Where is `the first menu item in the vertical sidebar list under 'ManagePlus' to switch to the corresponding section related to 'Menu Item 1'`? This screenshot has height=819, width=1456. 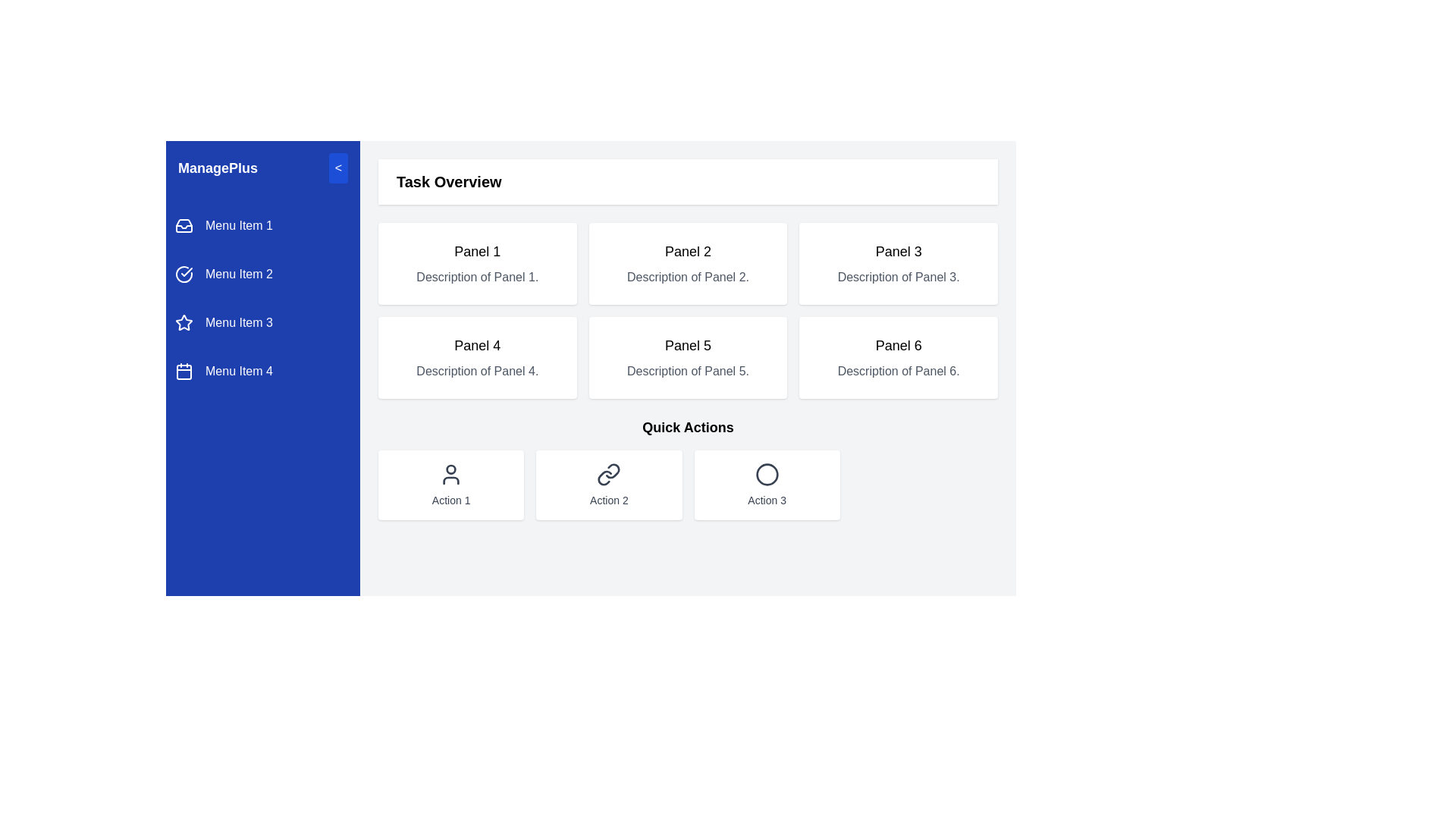
the first menu item in the vertical sidebar list under 'ManagePlus' to switch to the corresponding section related to 'Menu Item 1' is located at coordinates (262, 225).